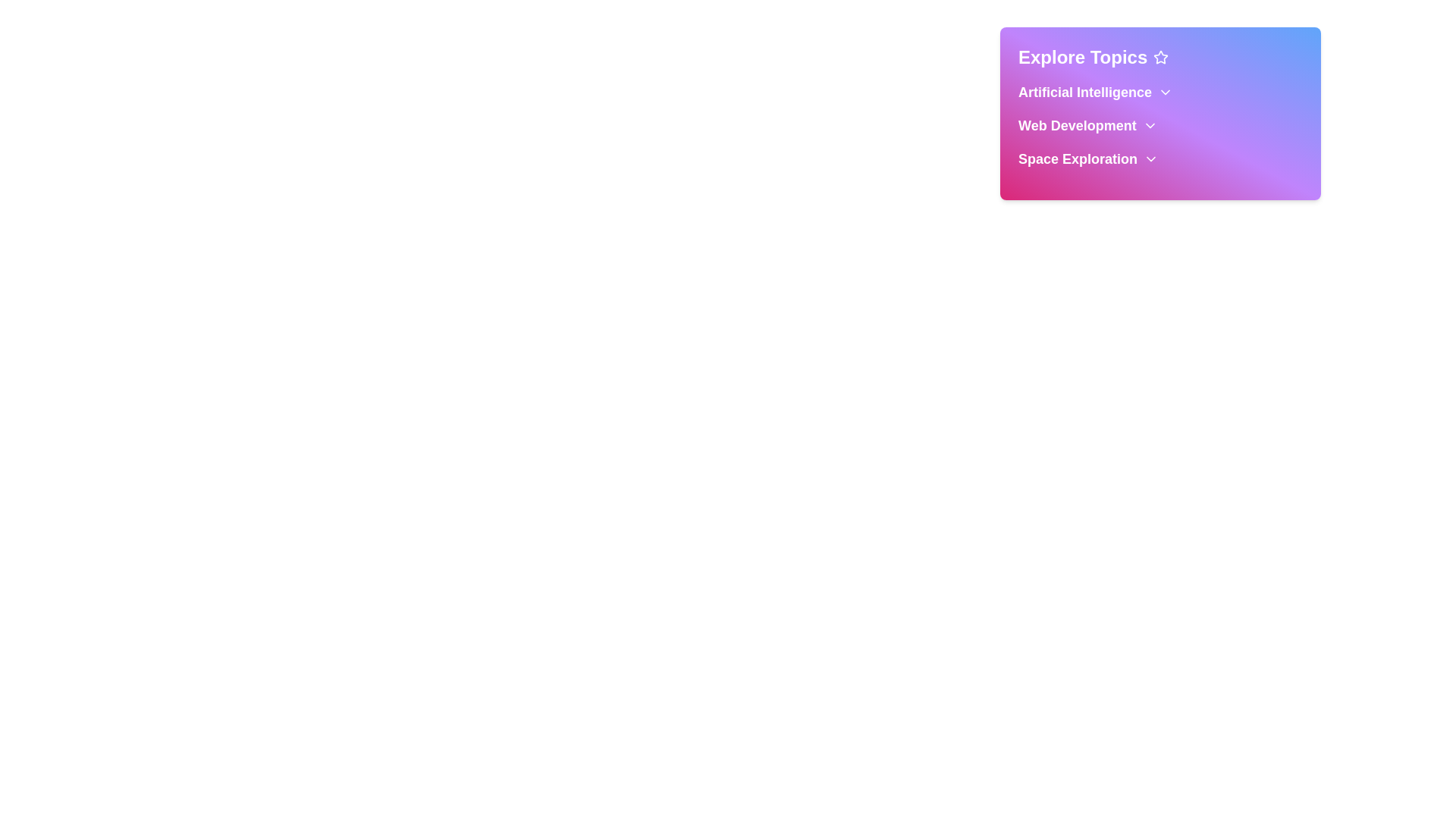 The image size is (1456, 819). I want to click on the second item in the 'Explore Topics' dropdown list, which is related to 'Web Development', so click(1159, 124).